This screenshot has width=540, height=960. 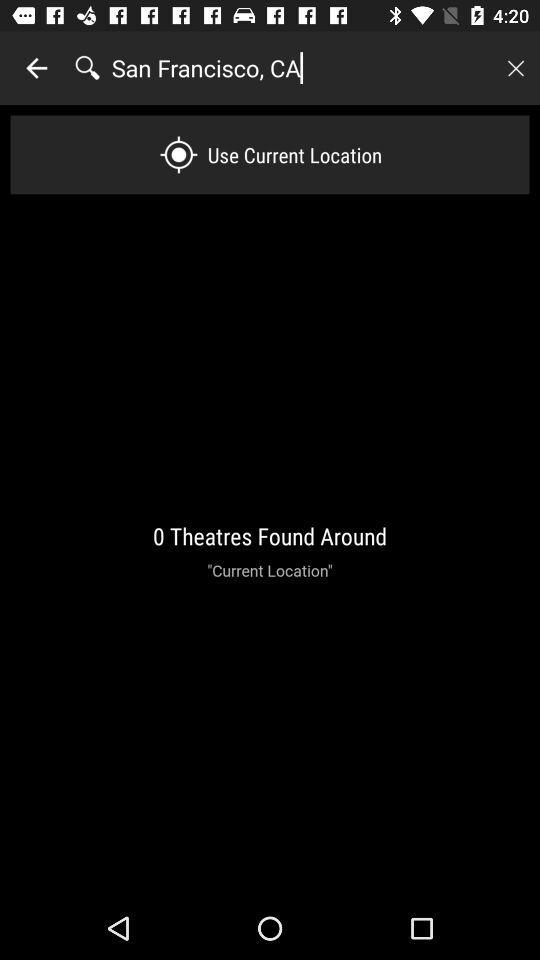 What do you see at coordinates (36, 68) in the screenshot?
I see `the item to the left of the san francisco, ca` at bounding box center [36, 68].